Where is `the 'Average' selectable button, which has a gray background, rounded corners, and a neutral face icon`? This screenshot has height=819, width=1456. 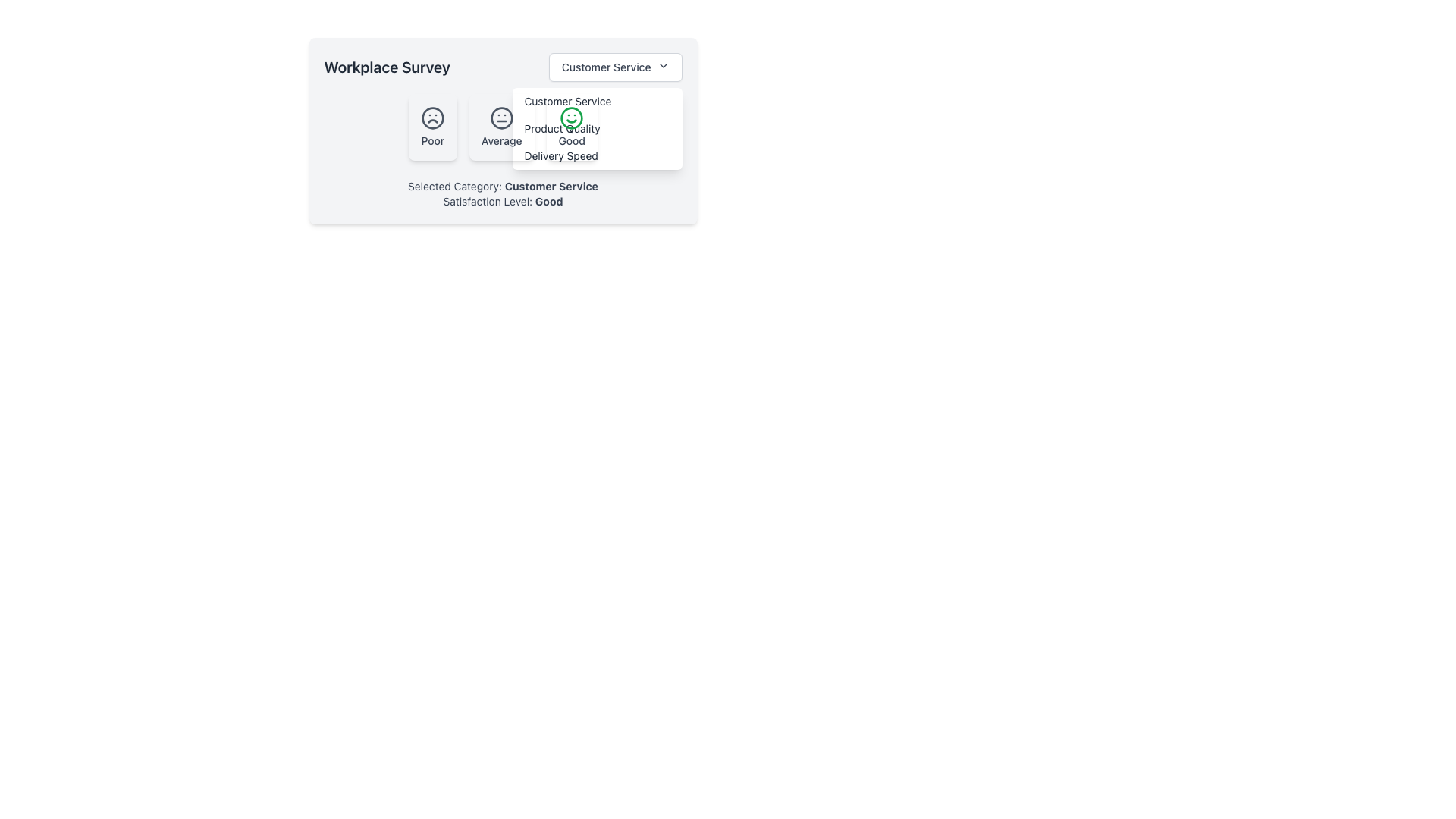 the 'Average' selectable button, which has a gray background, rounded corners, and a neutral face icon is located at coordinates (503, 130).